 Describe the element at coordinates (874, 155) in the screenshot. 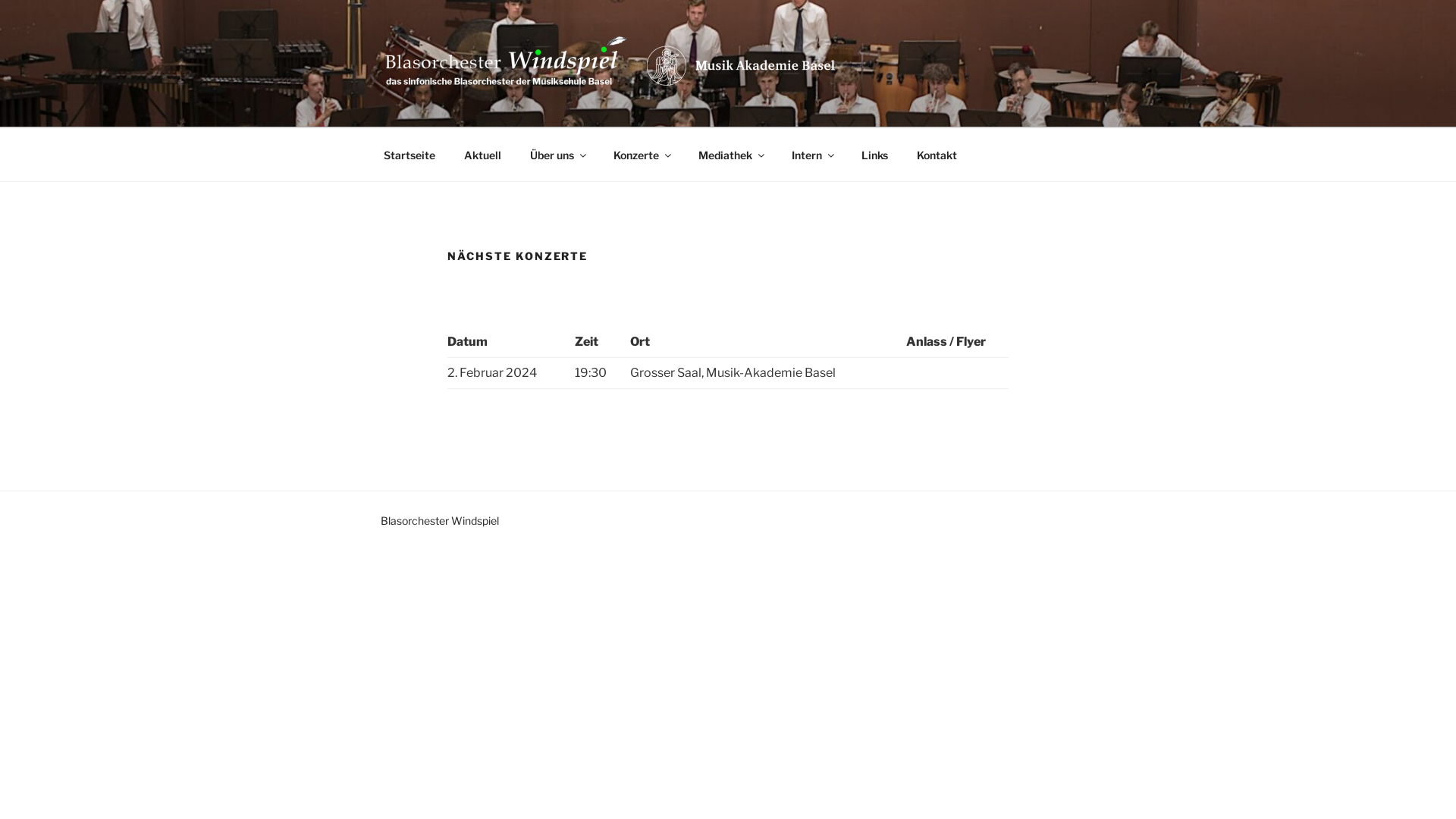

I see `'Links'` at that location.